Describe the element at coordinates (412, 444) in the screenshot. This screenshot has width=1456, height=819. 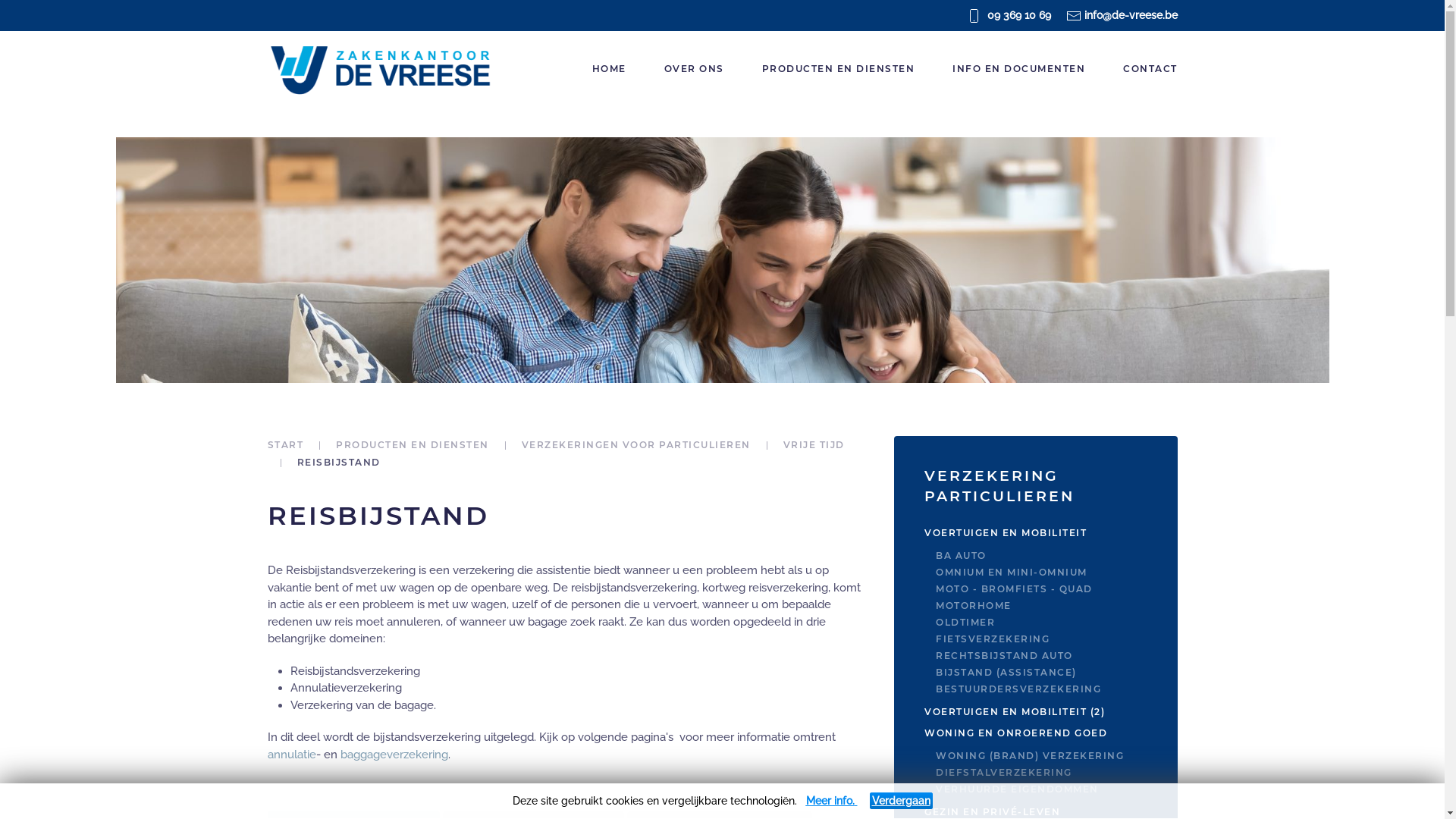
I see `'PRODUCTEN EN DIENSTEN'` at that location.